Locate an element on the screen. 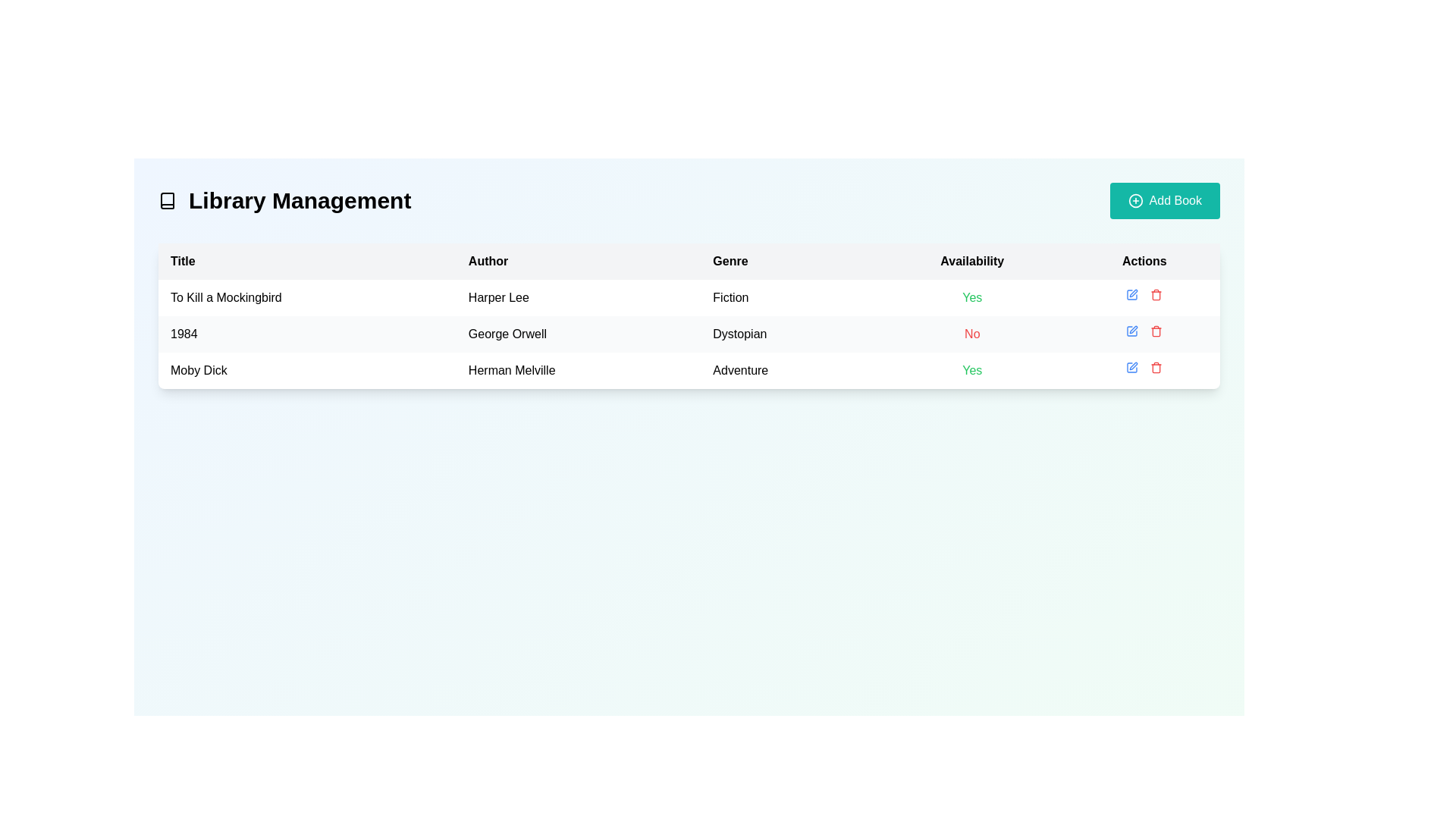 Image resolution: width=1456 pixels, height=819 pixels. the blue icon in the Action Button Group located in the rightmost cell of the first row under the 'Actions' header is located at coordinates (1144, 295).